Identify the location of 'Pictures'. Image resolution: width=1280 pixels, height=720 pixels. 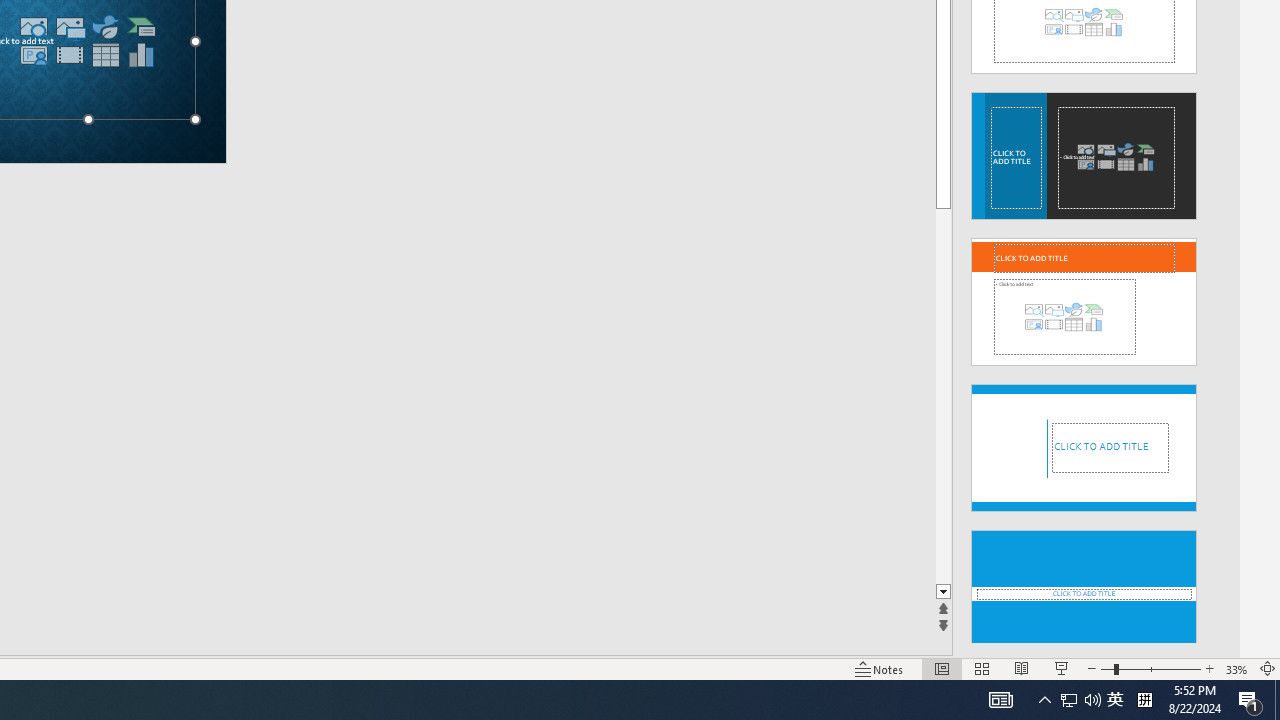
(69, 27).